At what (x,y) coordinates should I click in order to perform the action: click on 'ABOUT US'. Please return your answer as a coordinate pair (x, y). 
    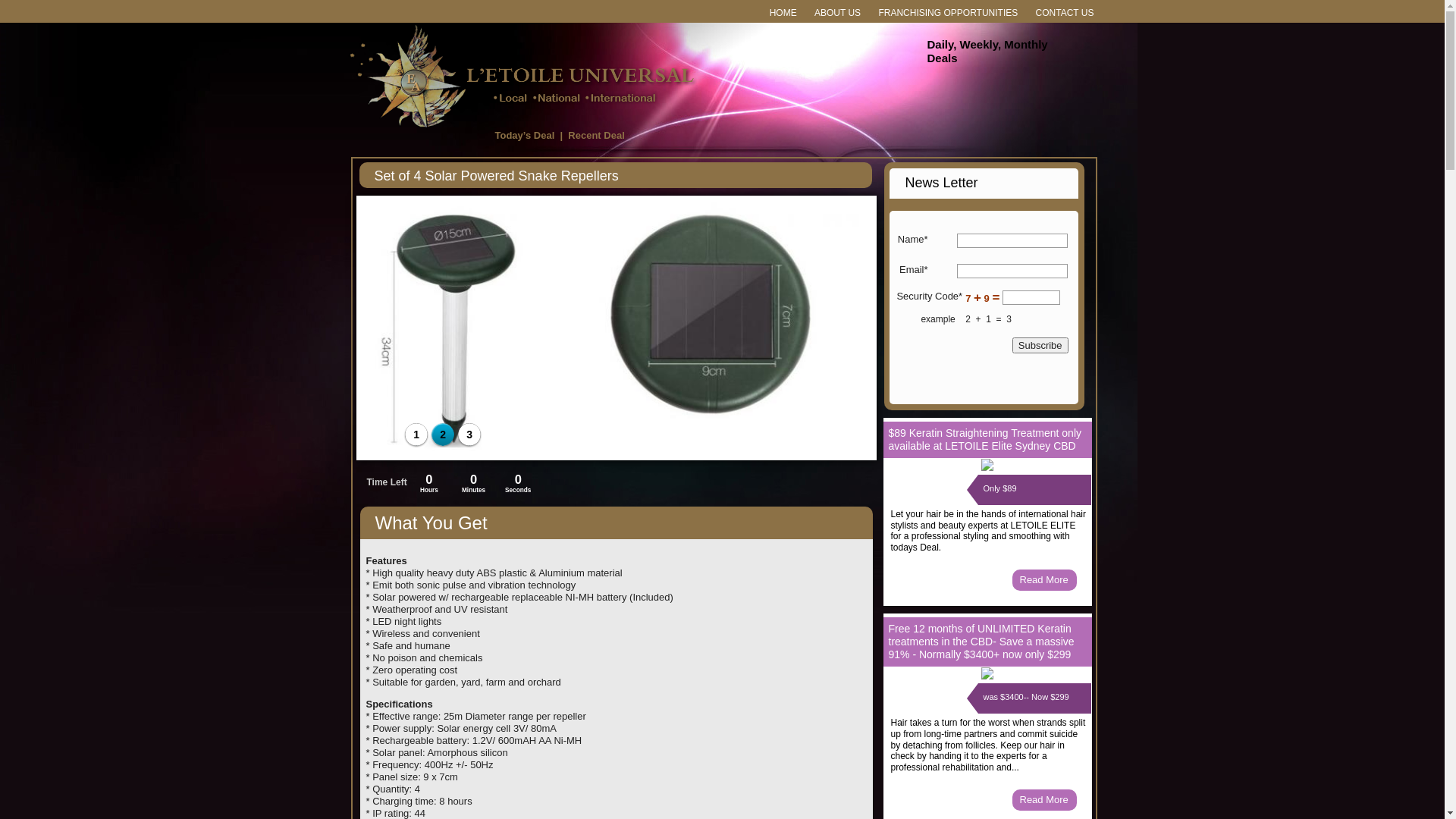
    Looking at the image, I should click on (836, 13).